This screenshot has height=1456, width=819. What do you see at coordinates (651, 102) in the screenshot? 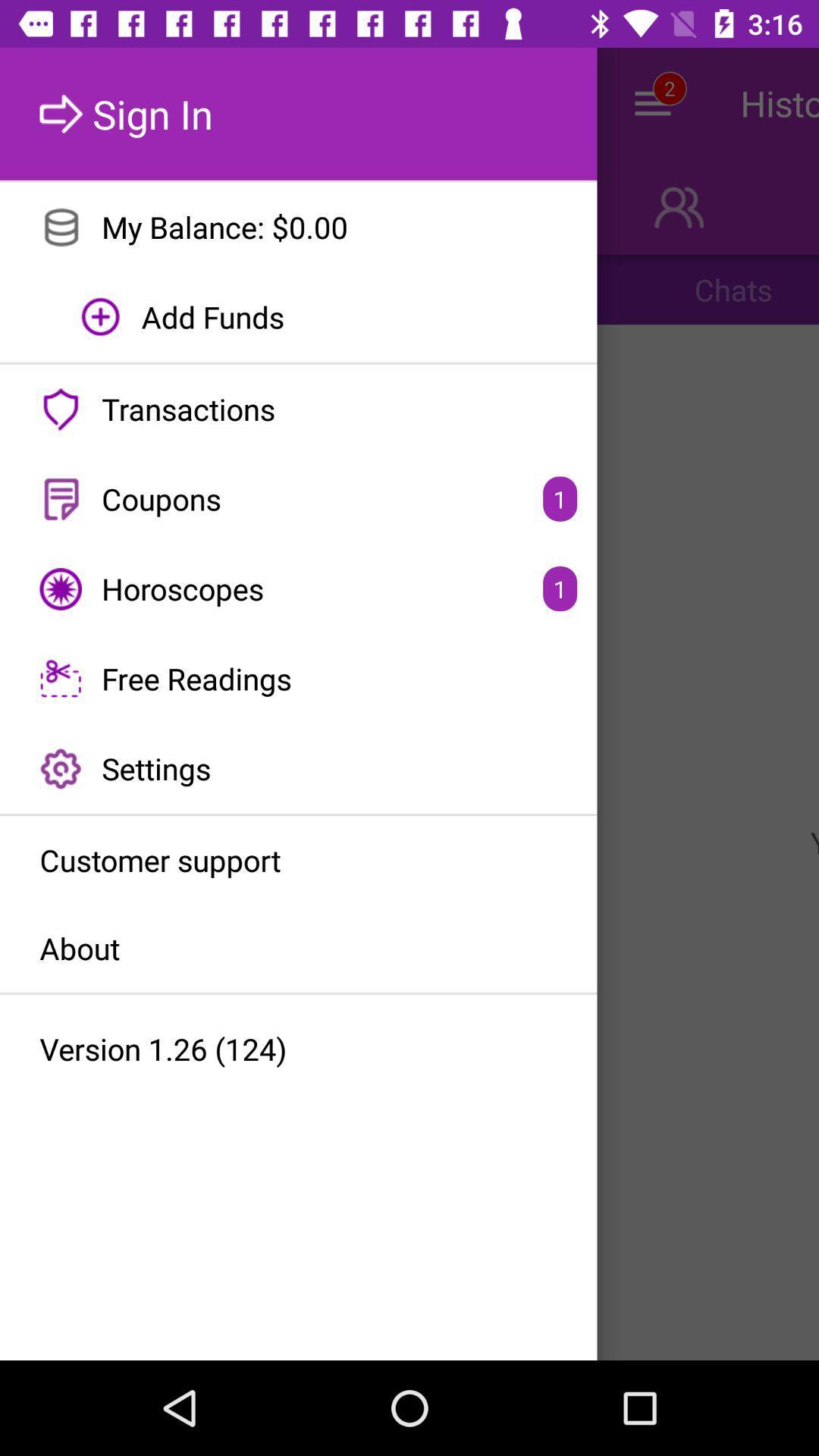
I see `the menu icon` at bounding box center [651, 102].